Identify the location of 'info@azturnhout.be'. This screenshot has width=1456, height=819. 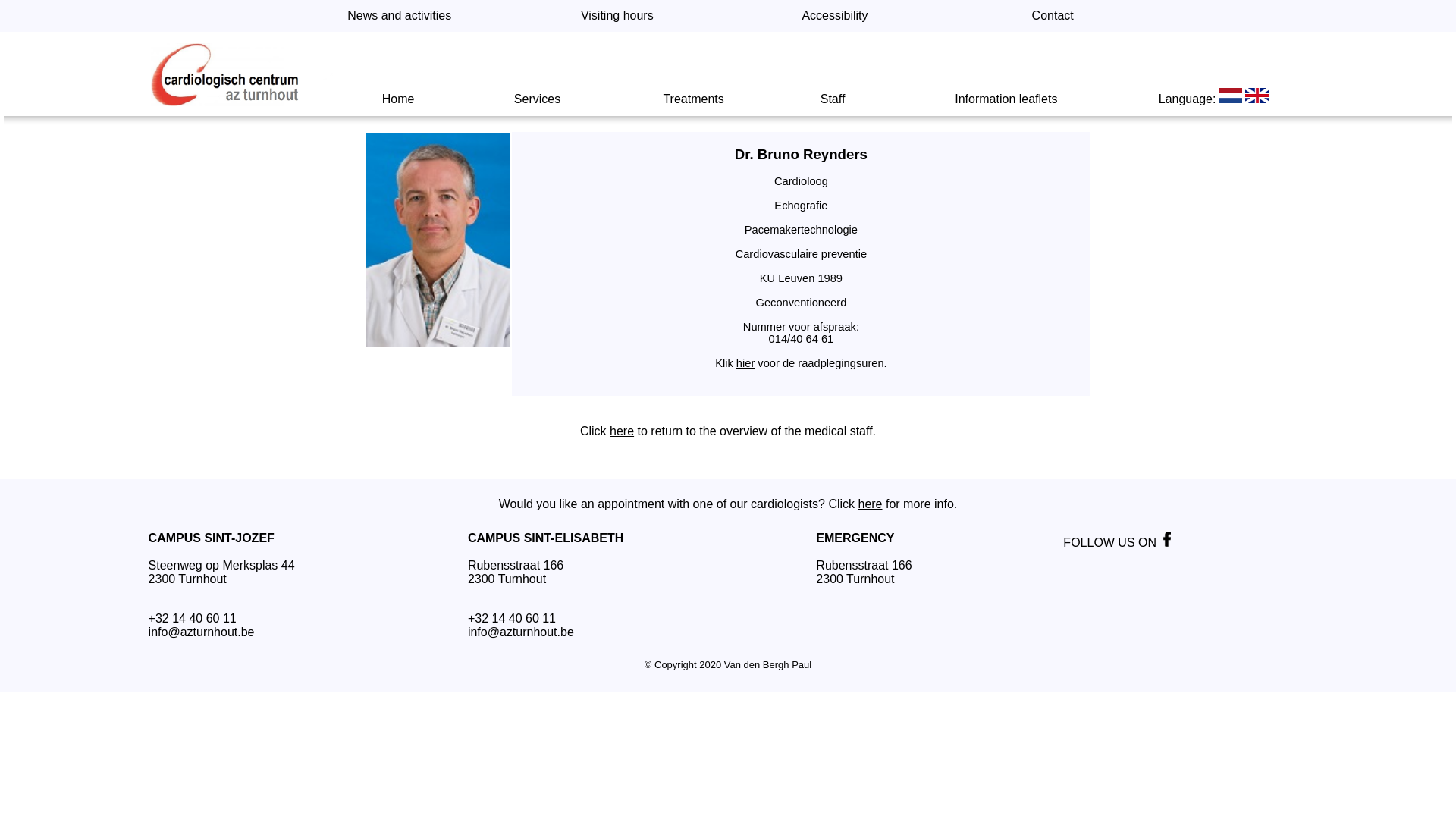
(200, 632).